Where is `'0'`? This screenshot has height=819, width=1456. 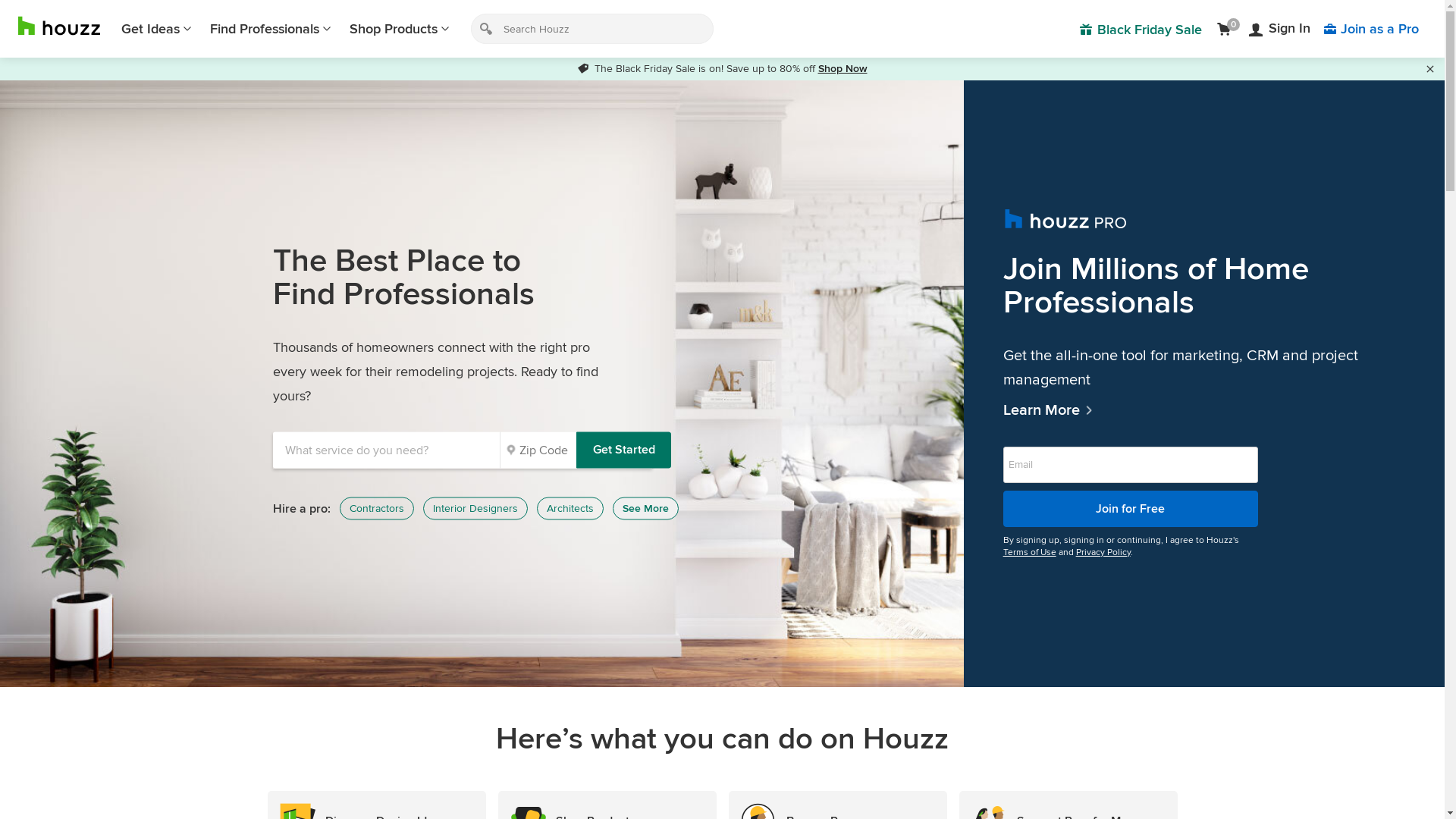
'0' is located at coordinates (1226, 29).